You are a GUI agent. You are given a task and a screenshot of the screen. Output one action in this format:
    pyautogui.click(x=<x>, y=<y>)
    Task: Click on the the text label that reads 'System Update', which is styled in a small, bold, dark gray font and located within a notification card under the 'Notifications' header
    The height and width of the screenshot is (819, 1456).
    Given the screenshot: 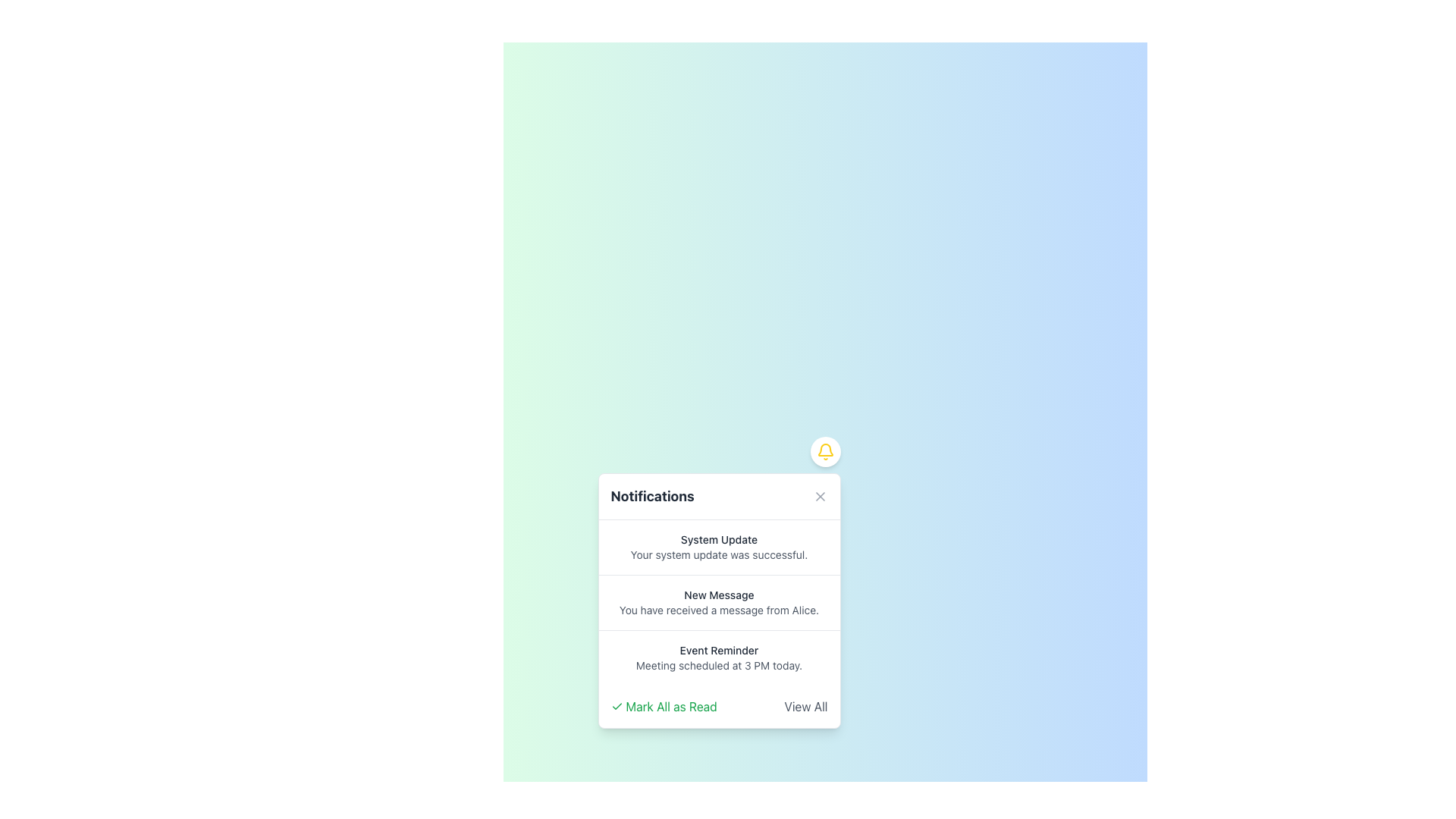 What is the action you would take?
    pyautogui.click(x=718, y=539)
    